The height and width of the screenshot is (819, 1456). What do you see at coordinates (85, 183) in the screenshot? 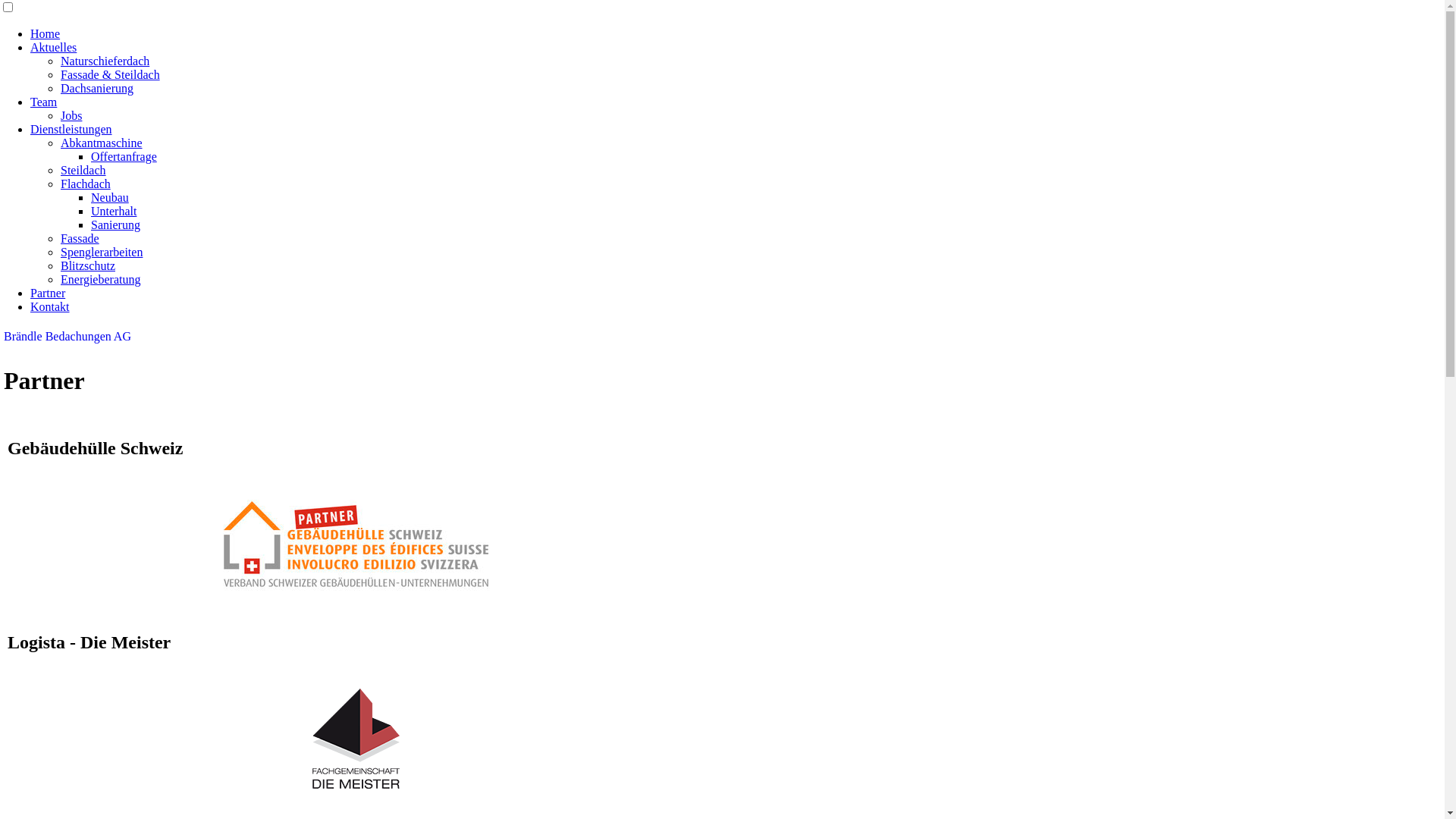
I see `'Flachdach'` at bounding box center [85, 183].